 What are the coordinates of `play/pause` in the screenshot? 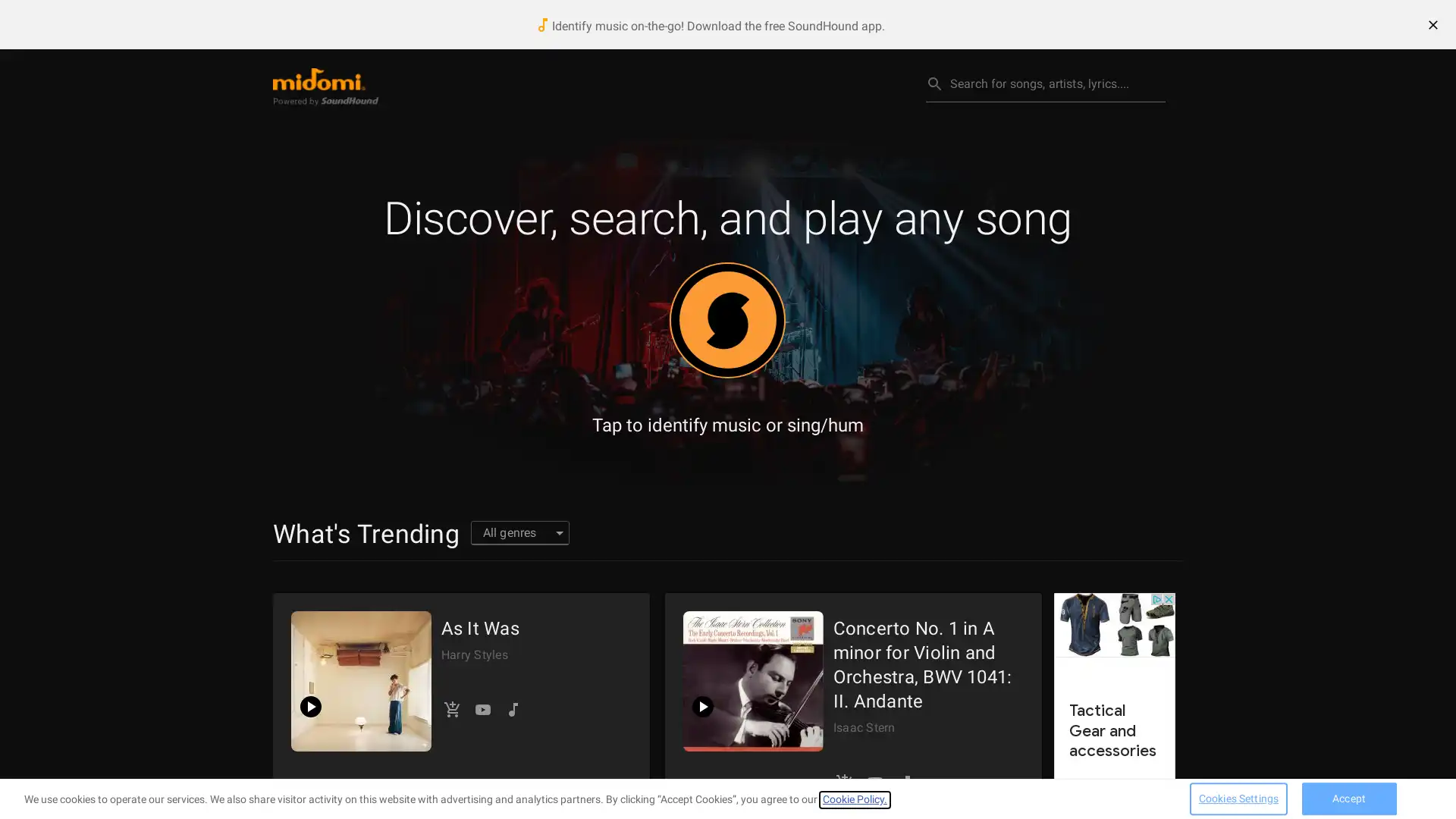 It's located at (701, 707).